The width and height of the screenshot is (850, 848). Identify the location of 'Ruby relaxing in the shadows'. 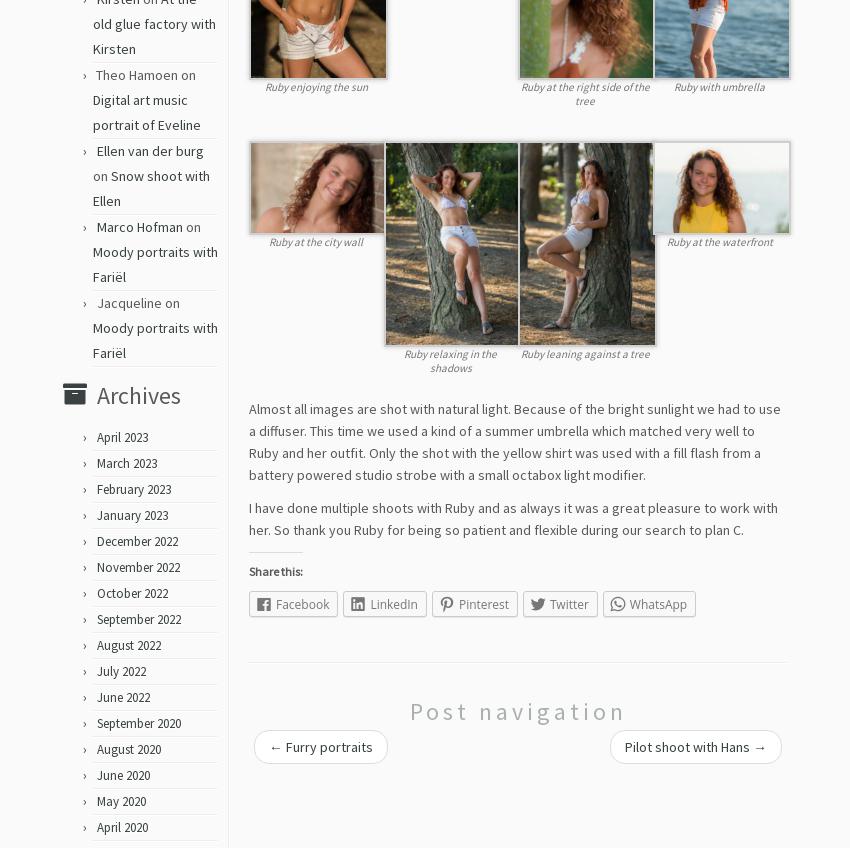
(449, 366).